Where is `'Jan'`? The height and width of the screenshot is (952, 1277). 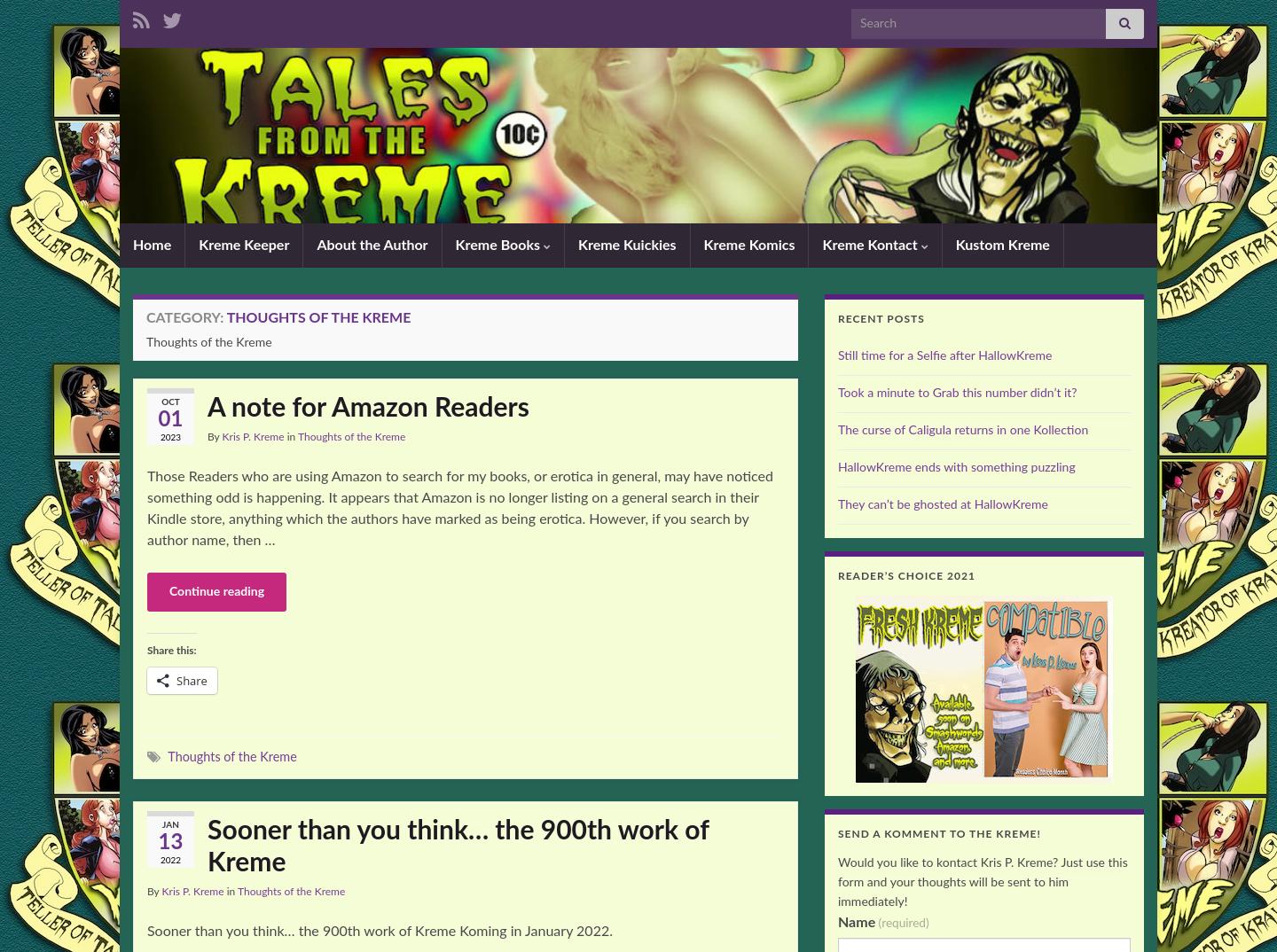
'Jan' is located at coordinates (169, 823).